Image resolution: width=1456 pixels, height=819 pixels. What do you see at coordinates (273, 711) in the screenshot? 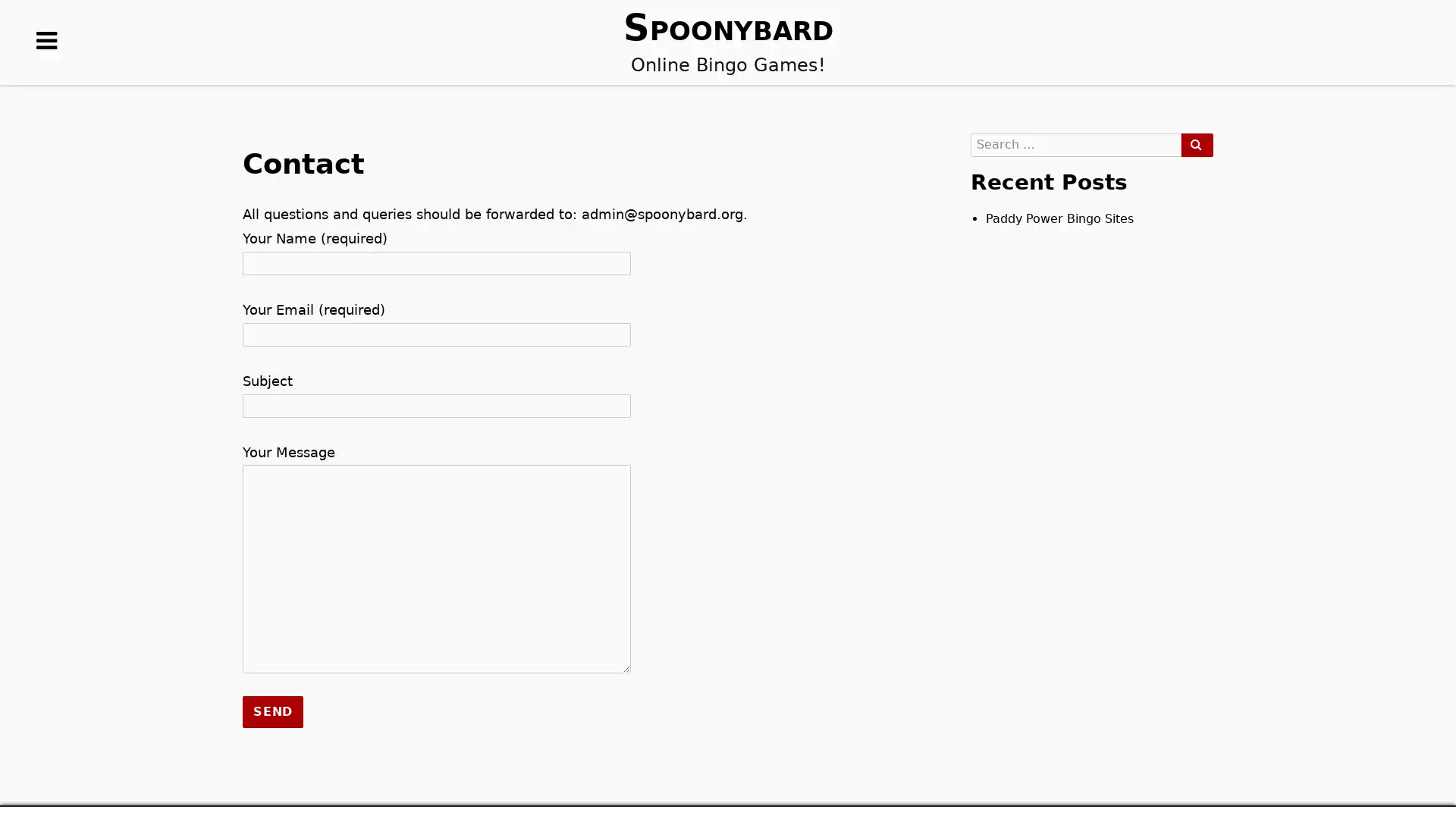
I see `Send` at bounding box center [273, 711].